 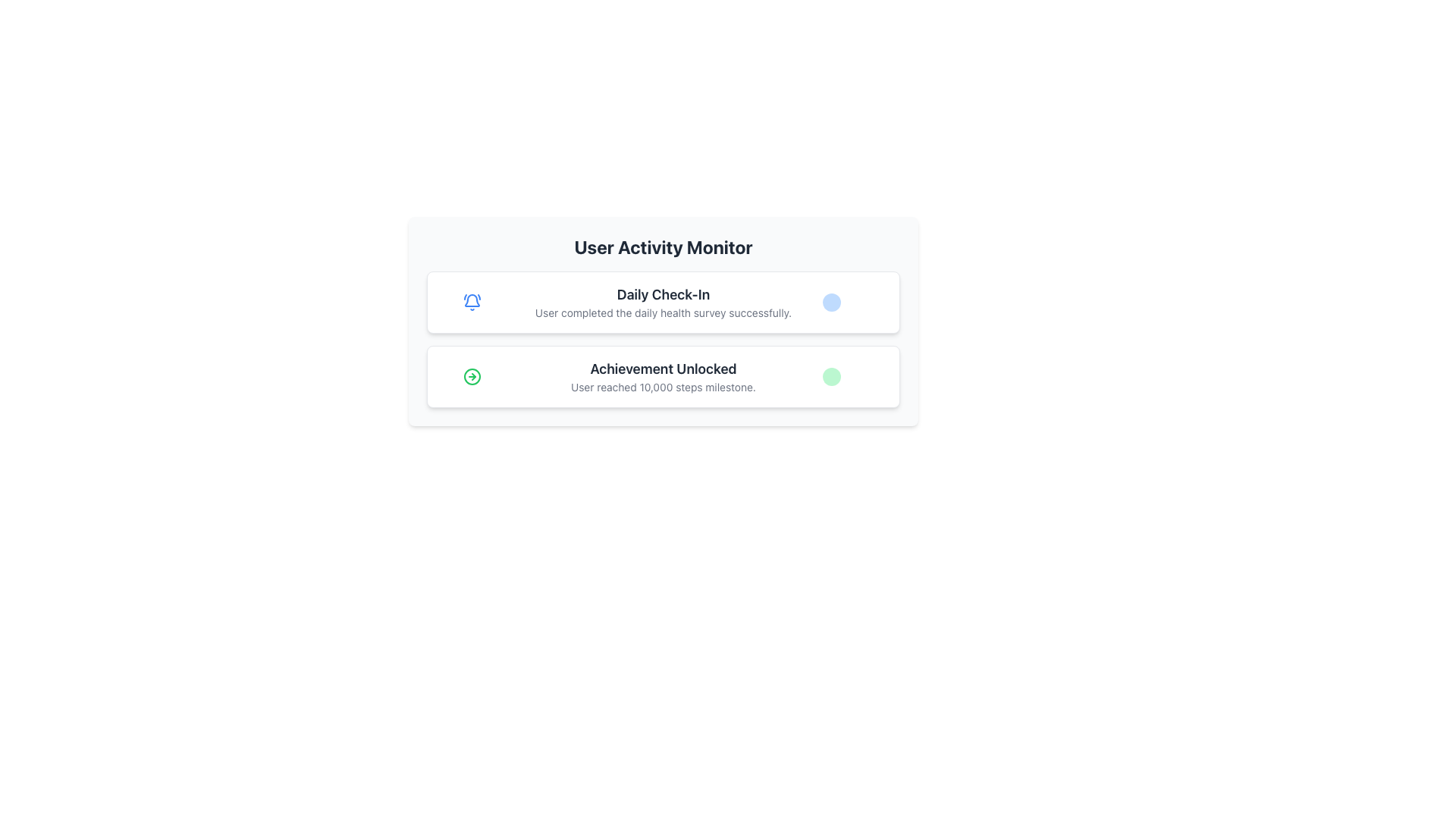 What do you see at coordinates (663, 312) in the screenshot?
I see `the text label that indicates the completion status of the user's daily health survey, located beneath the 'Daily Check-In' header in the 'User Activity Monitor' interface` at bounding box center [663, 312].